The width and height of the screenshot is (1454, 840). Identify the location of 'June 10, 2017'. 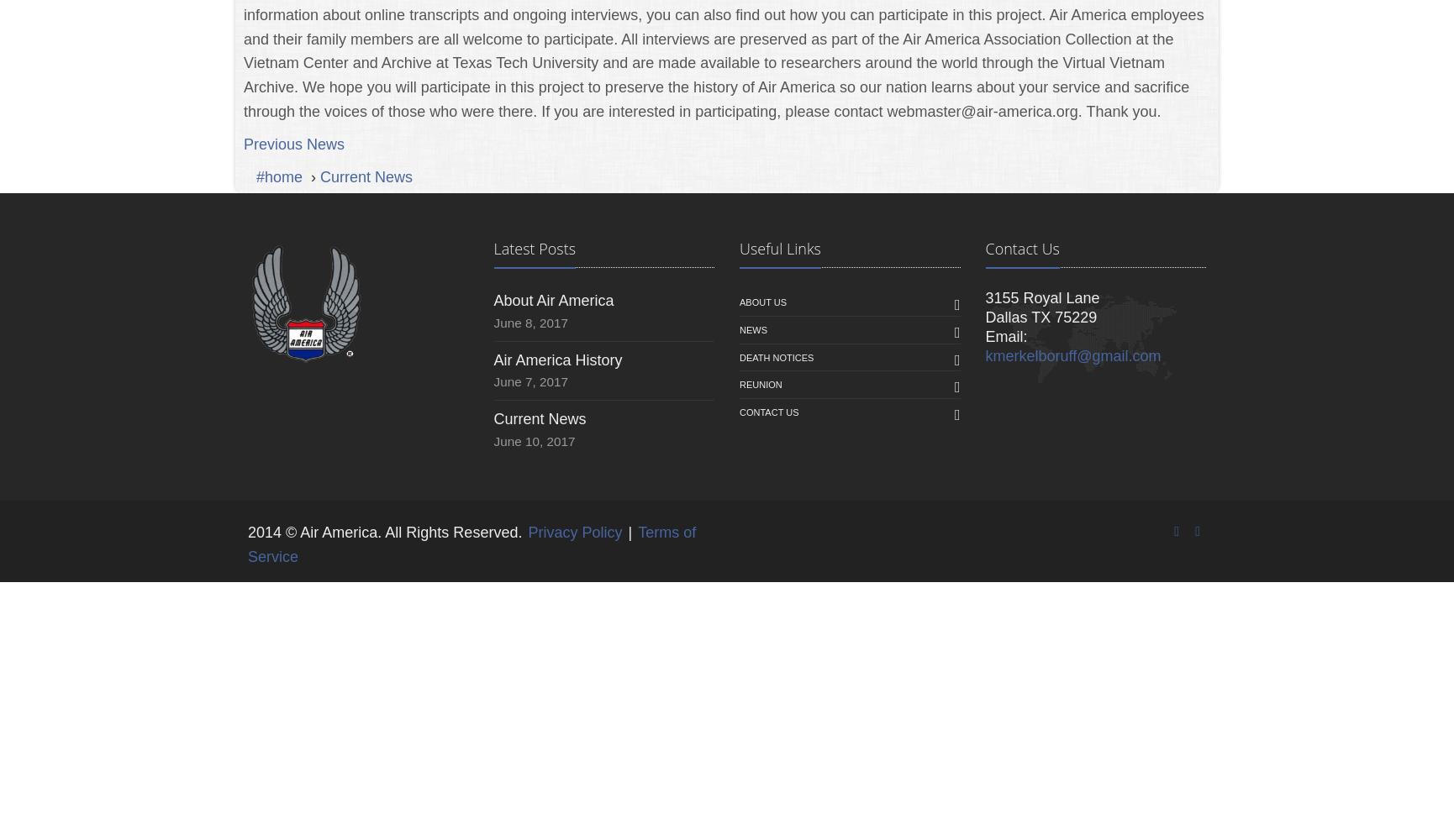
(534, 440).